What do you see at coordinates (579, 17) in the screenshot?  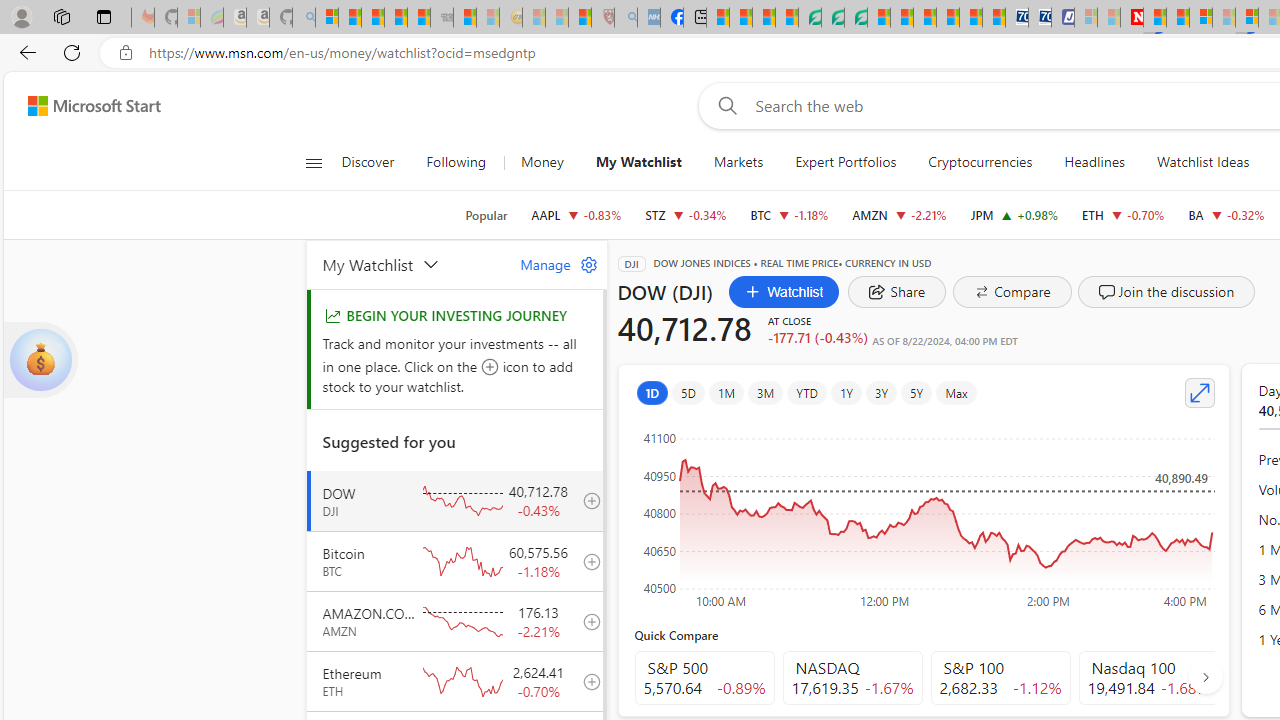 I see `'Local - MSN'` at bounding box center [579, 17].